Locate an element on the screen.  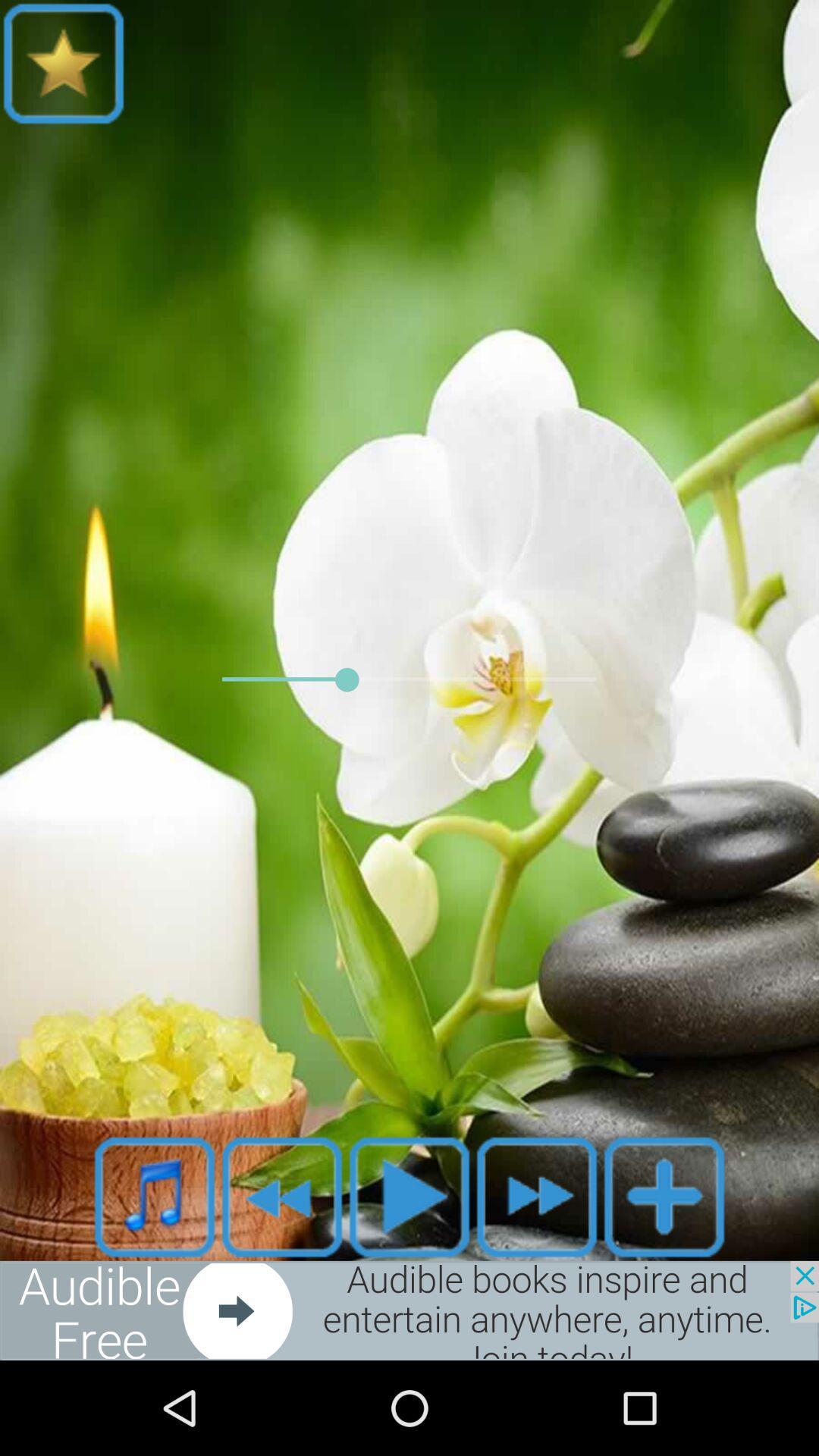
to playlist is located at coordinates (663, 1196).